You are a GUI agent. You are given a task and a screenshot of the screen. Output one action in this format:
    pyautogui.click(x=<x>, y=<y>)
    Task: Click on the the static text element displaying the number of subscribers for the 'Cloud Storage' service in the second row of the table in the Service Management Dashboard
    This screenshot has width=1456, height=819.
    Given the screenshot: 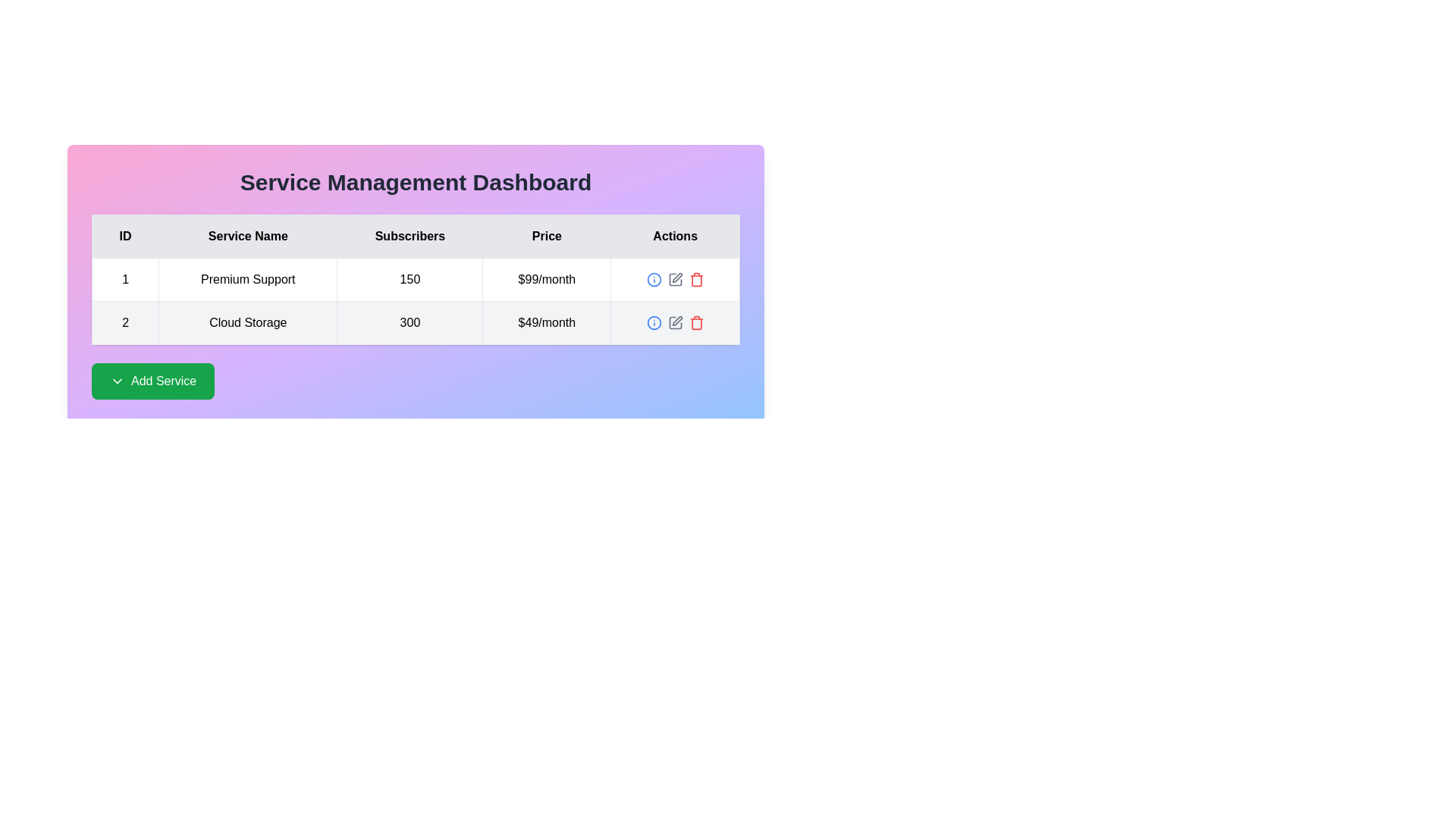 What is the action you would take?
    pyautogui.click(x=409, y=322)
    